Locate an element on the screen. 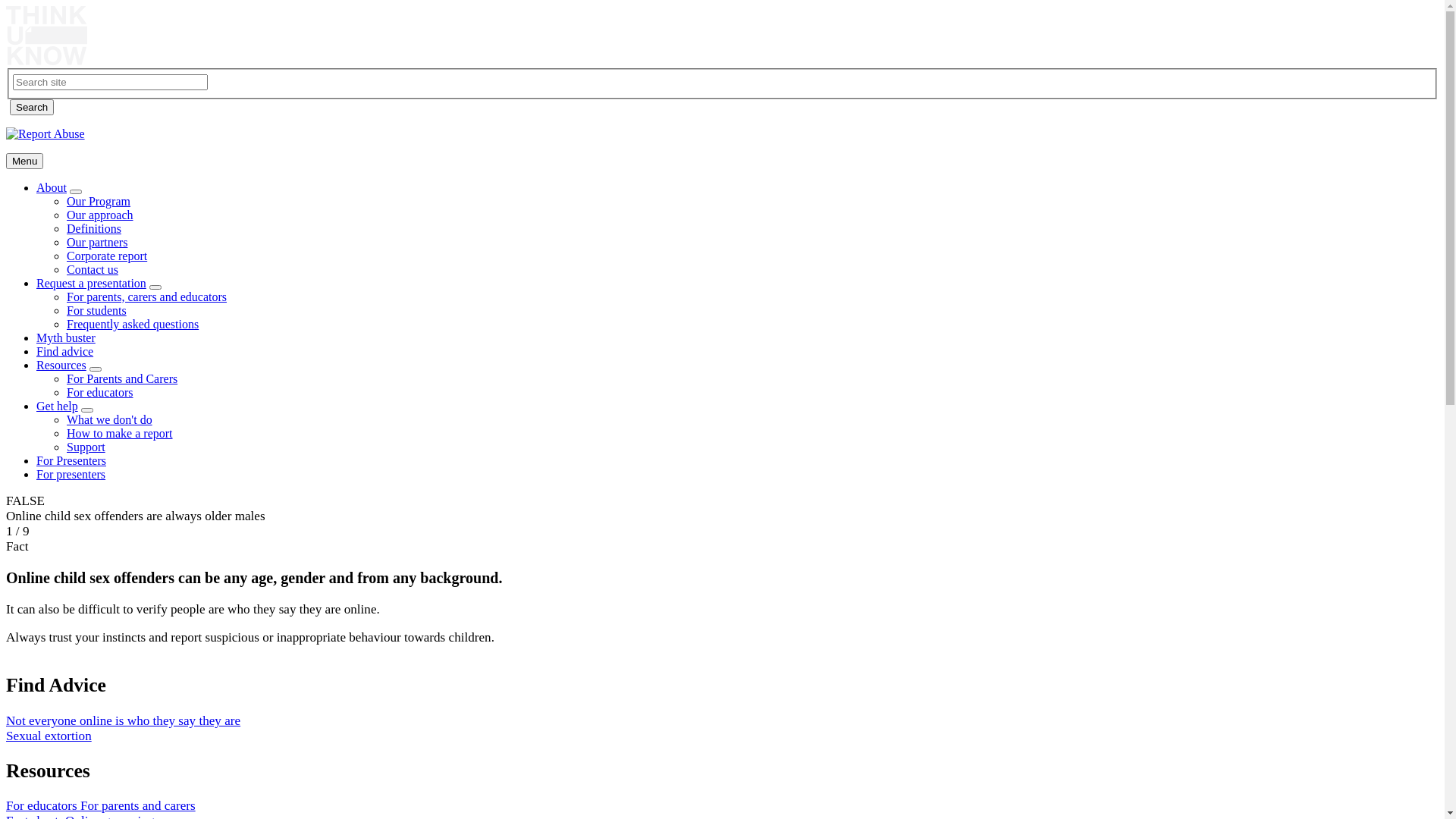 The width and height of the screenshot is (1456, 819). 'Frequently asked questions' is located at coordinates (132, 323).